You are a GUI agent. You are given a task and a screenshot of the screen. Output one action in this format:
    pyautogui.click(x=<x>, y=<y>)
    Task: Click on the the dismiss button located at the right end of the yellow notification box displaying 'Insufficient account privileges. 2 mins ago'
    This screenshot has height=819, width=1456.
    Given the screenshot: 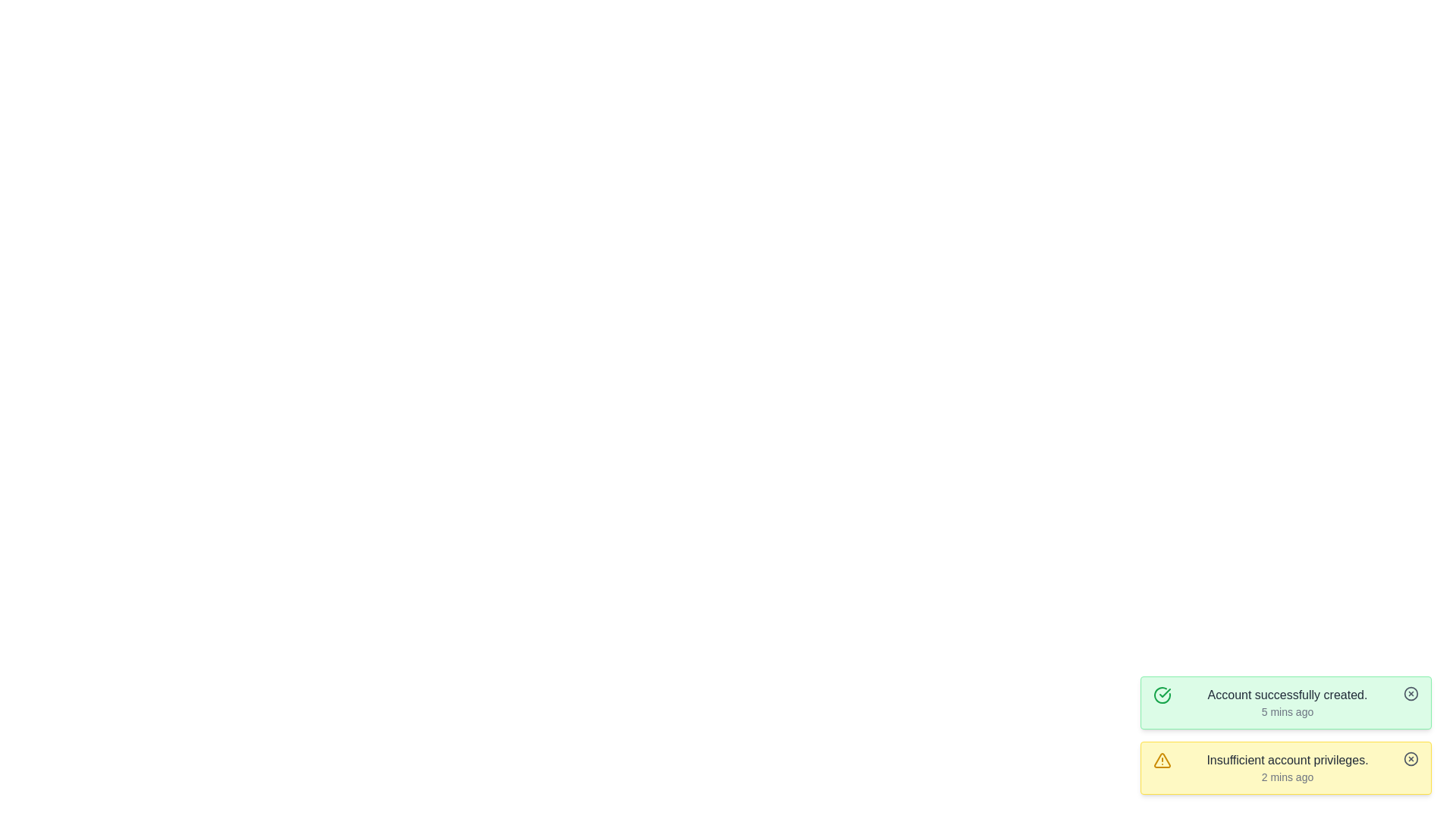 What is the action you would take?
    pyautogui.click(x=1410, y=759)
    